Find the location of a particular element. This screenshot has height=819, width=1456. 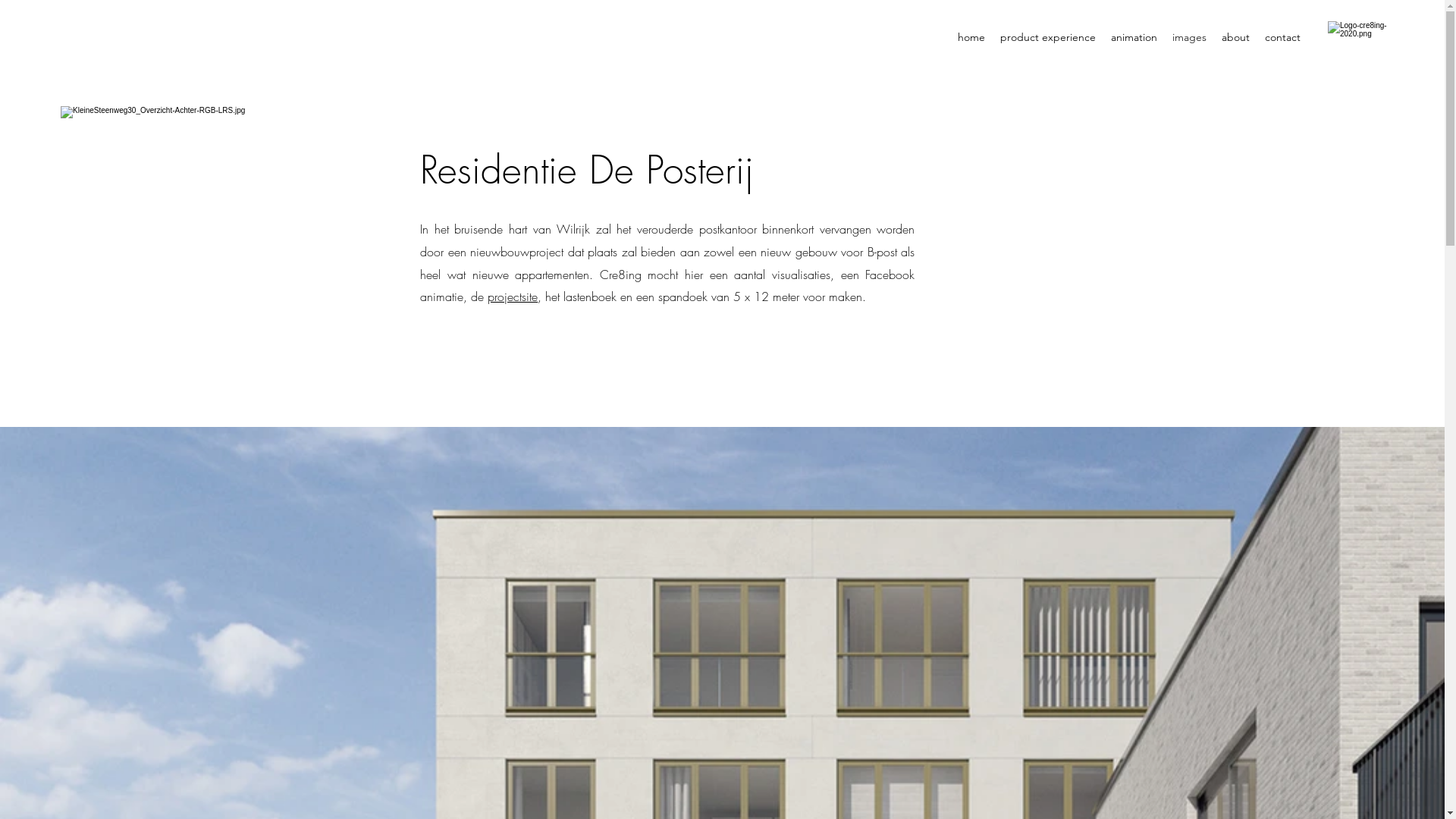

'product experience' is located at coordinates (1047, 36).